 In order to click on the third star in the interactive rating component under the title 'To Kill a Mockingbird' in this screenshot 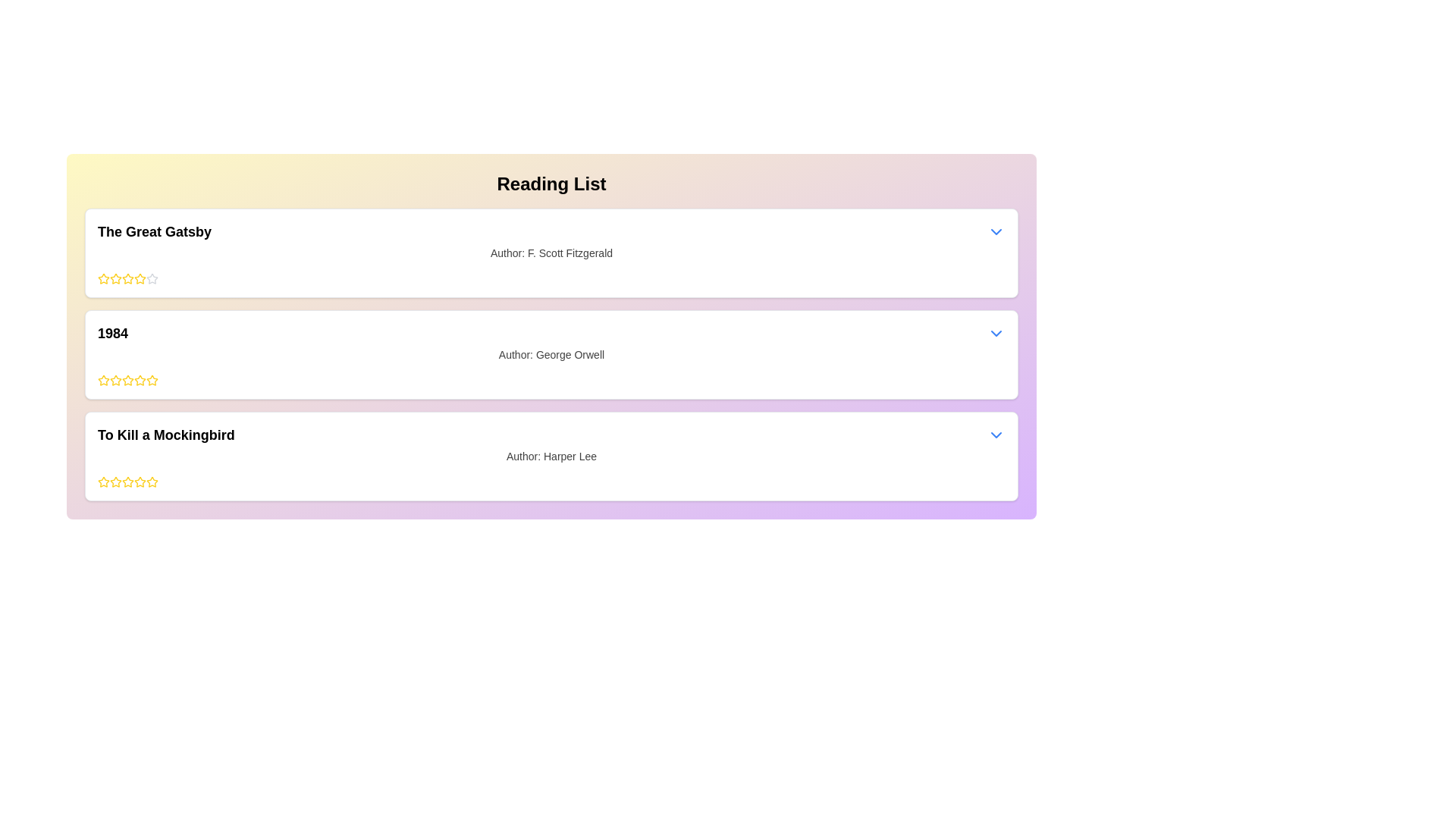, I will do `click(115, 482)`.